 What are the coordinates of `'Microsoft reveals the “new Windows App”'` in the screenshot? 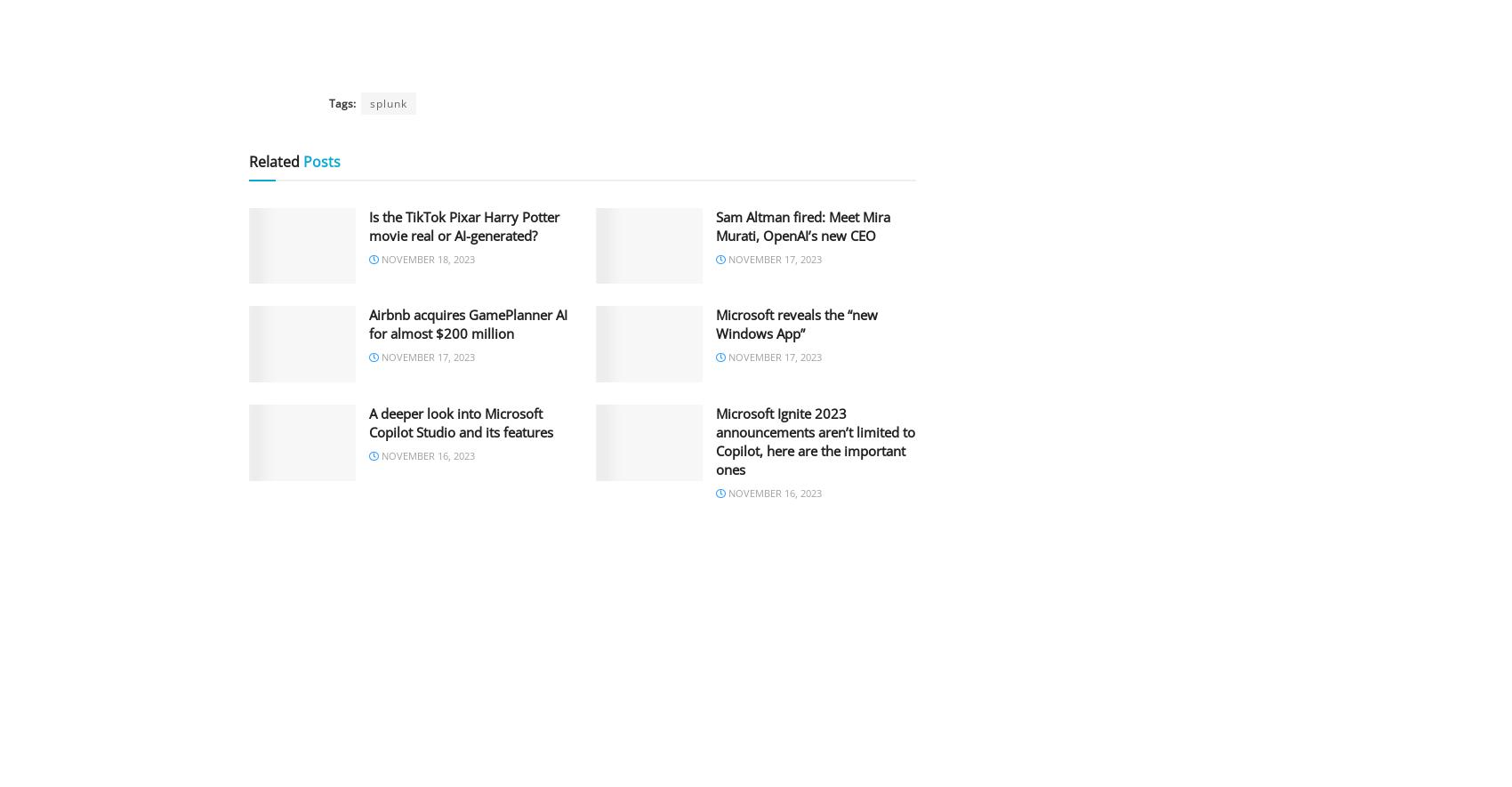 It's located at (797, 323).